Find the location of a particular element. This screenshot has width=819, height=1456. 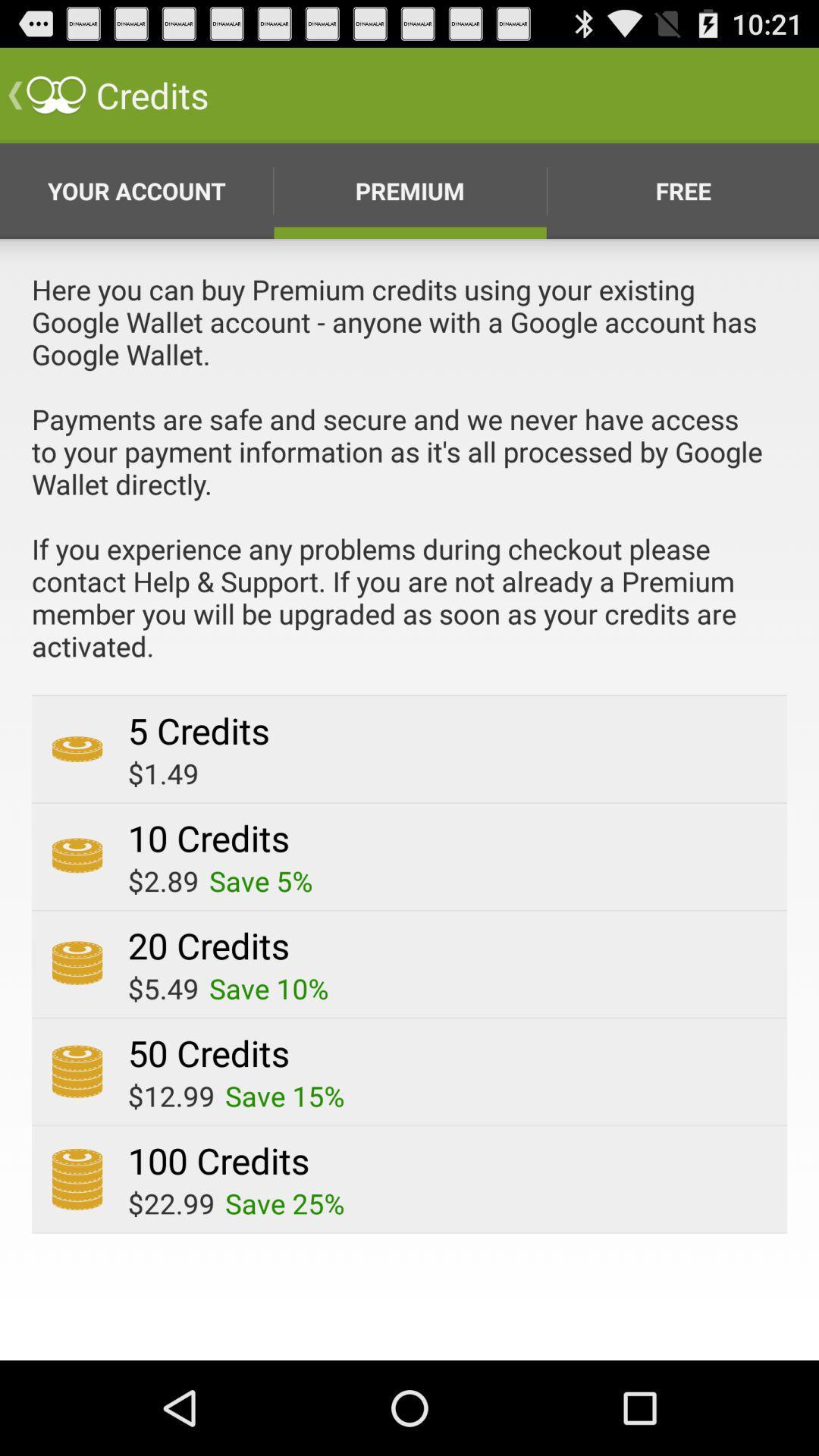

the app next to the $22.99 icon is located at coordinates (284, 1203).